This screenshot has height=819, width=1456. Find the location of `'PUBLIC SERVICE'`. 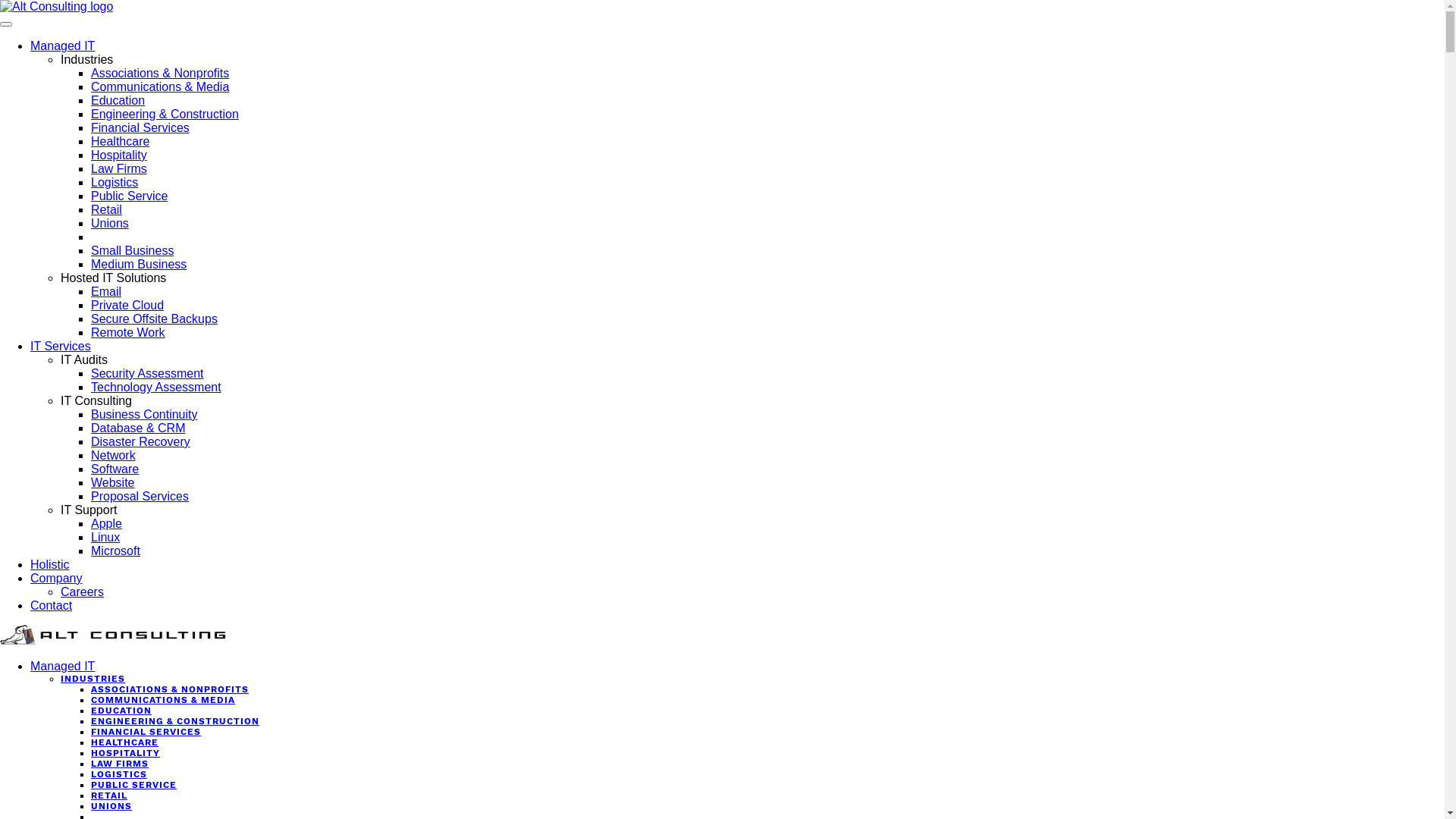

'PUBLIC SERVICE' is located at coordinates (133, 784).